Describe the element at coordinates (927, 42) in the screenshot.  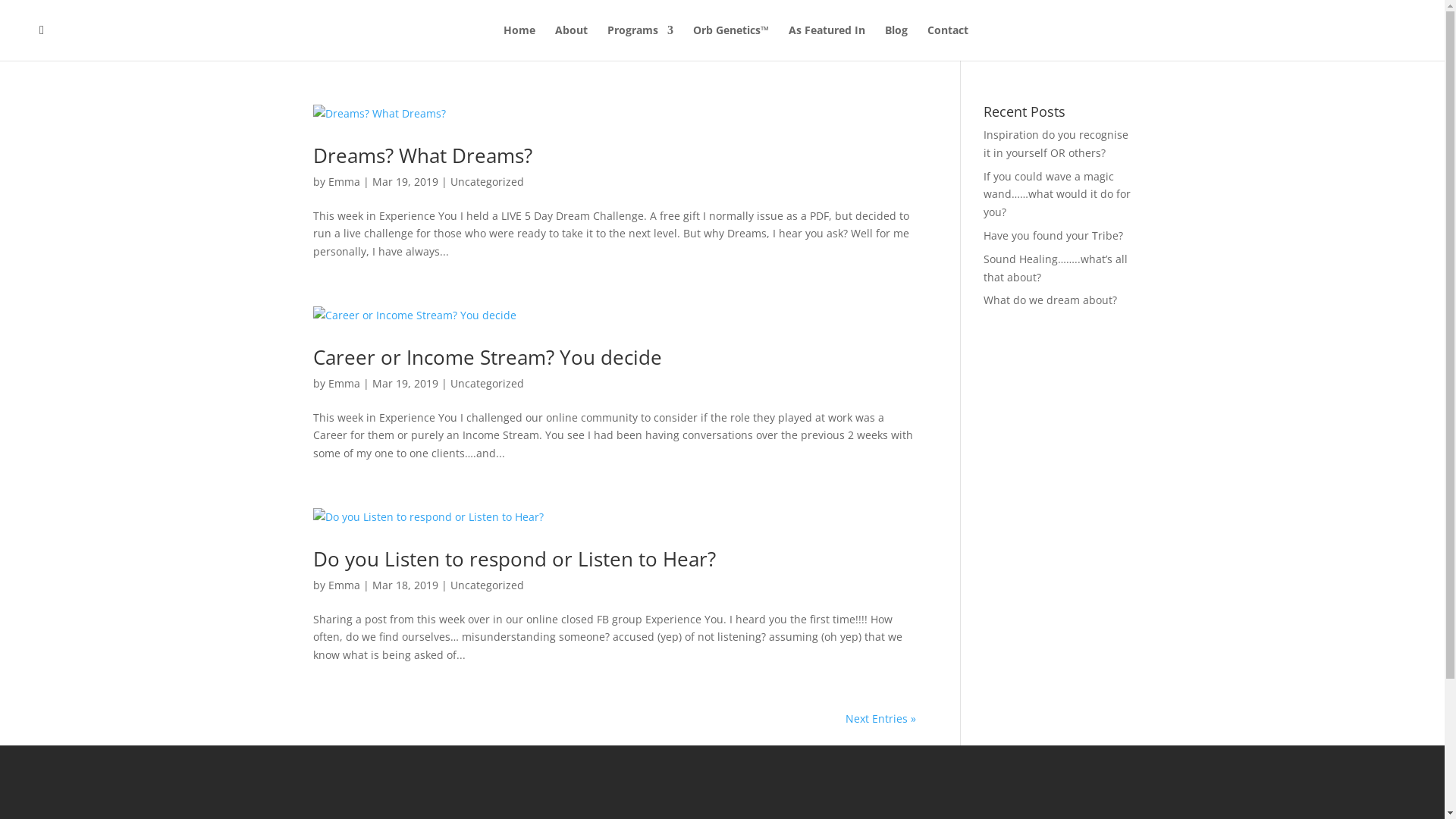
I see `'Contact'` at that location.